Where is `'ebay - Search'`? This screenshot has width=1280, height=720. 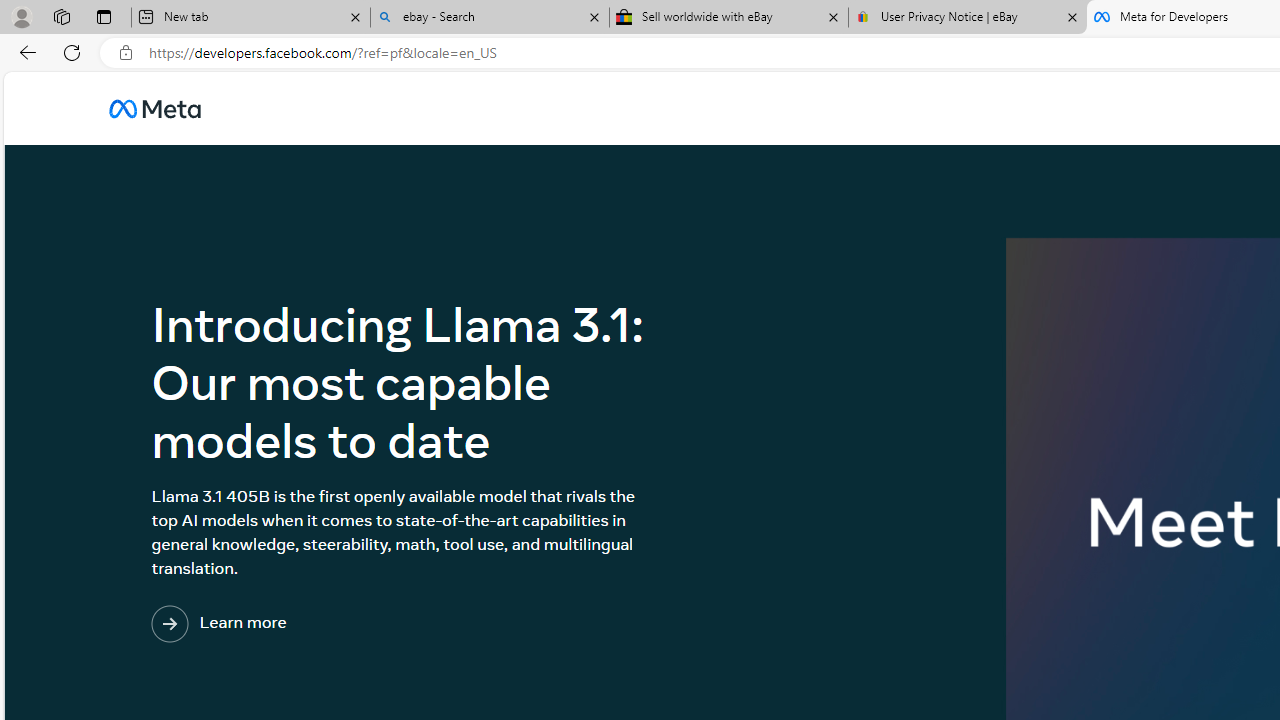
'ebay - Search' is located at coordinates (490, 17).